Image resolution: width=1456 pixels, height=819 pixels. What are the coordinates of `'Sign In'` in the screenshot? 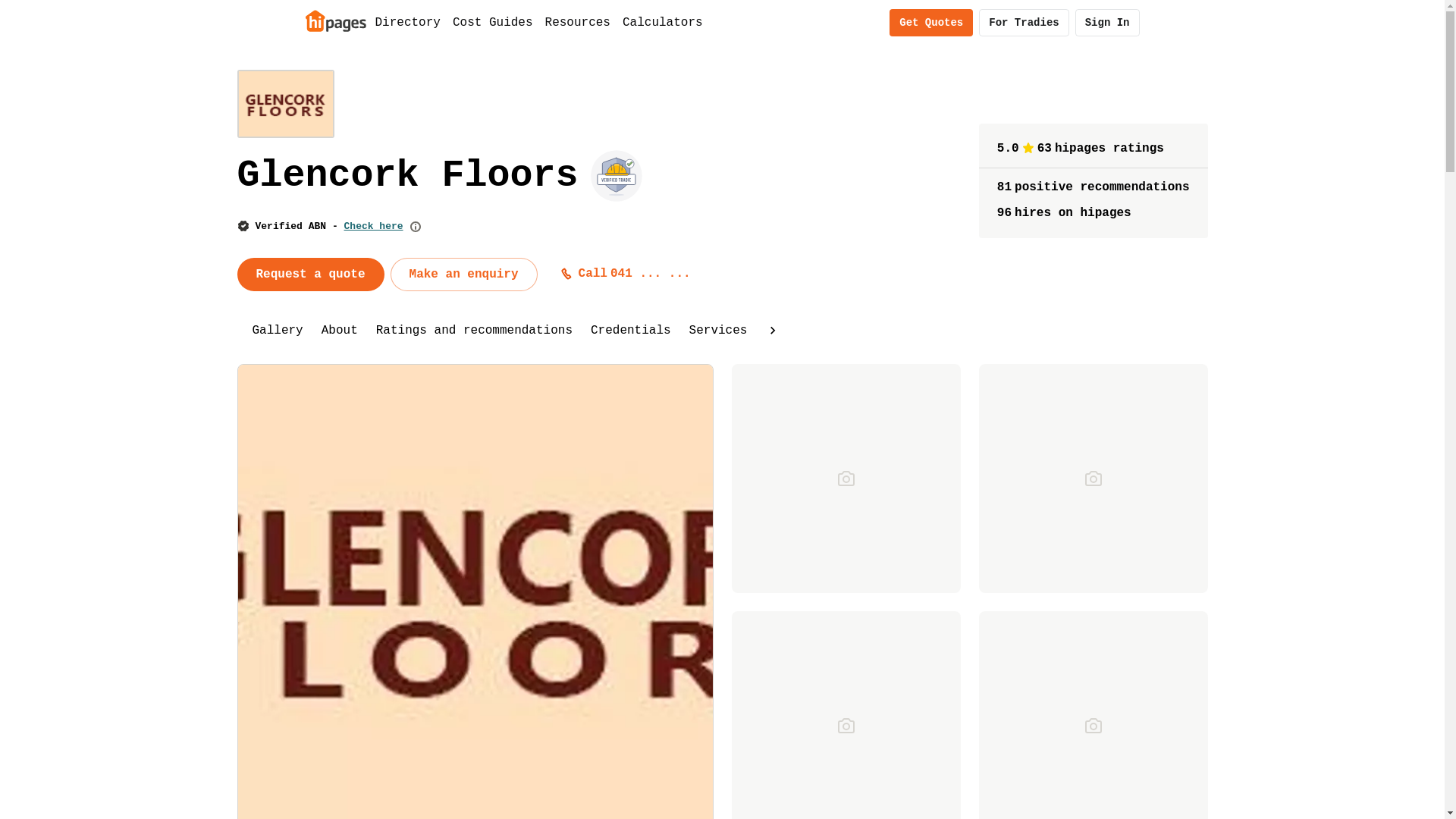 It's located at (1107, 23).